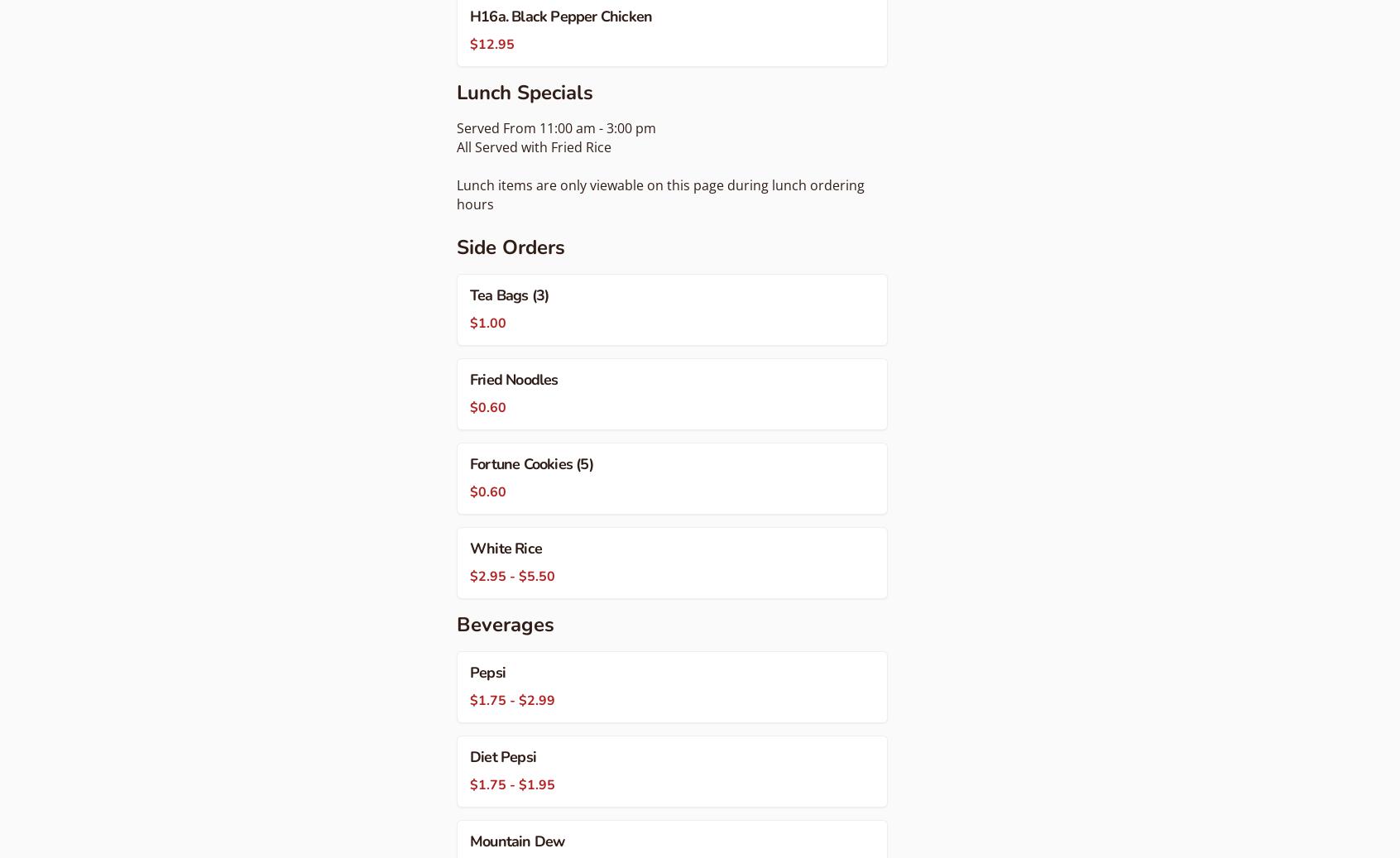  I want to click on 'White Rice', so click(469, 548).